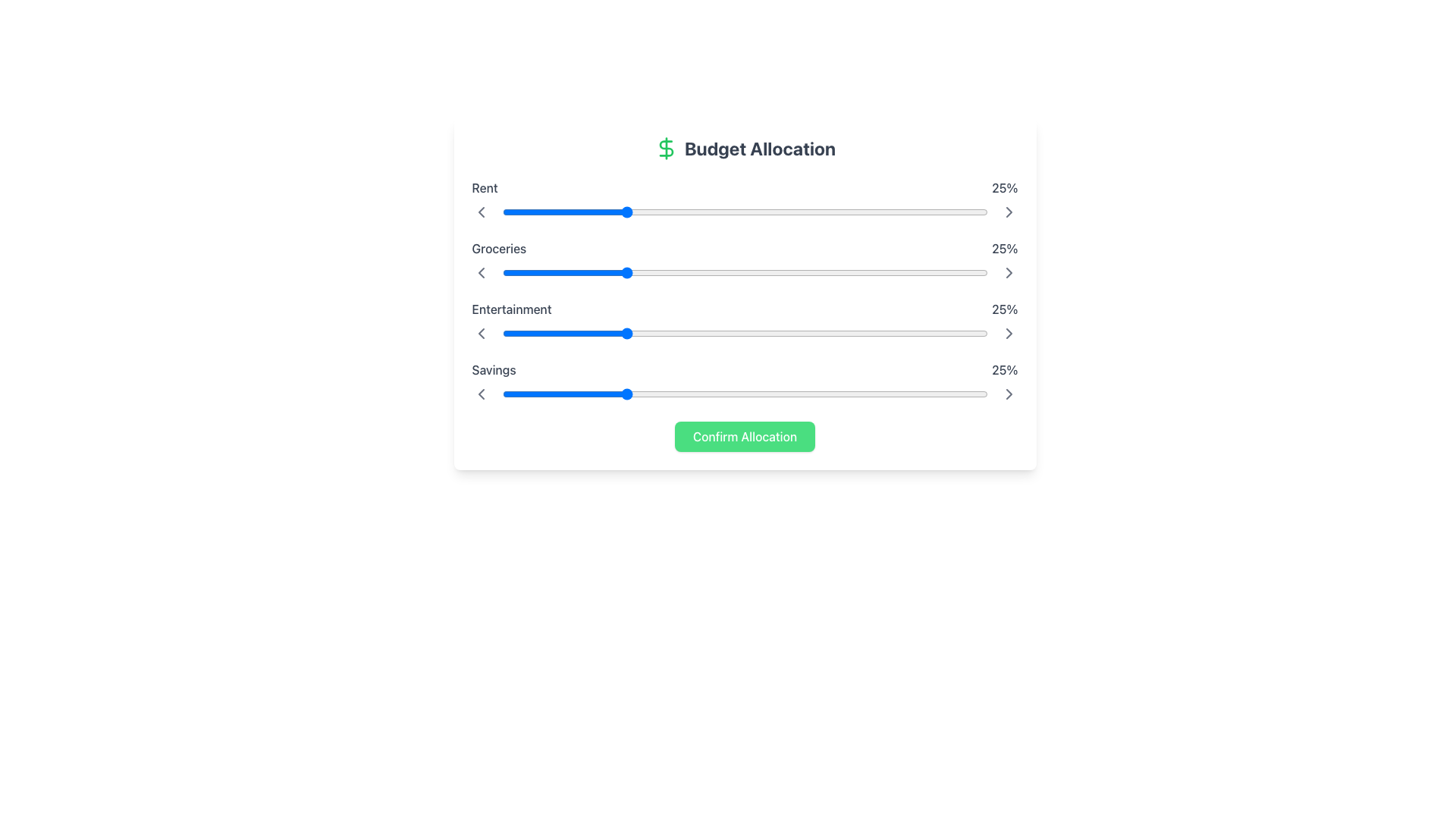 Image resolution: width=1456 pixels, height=819 pixels. Describe the element at coordinates (666, 149) in the screenshot. I see `the green dollar sign icon located to the left of the 'Budget Allocation' text at the top-left segment of the interface` at that location.